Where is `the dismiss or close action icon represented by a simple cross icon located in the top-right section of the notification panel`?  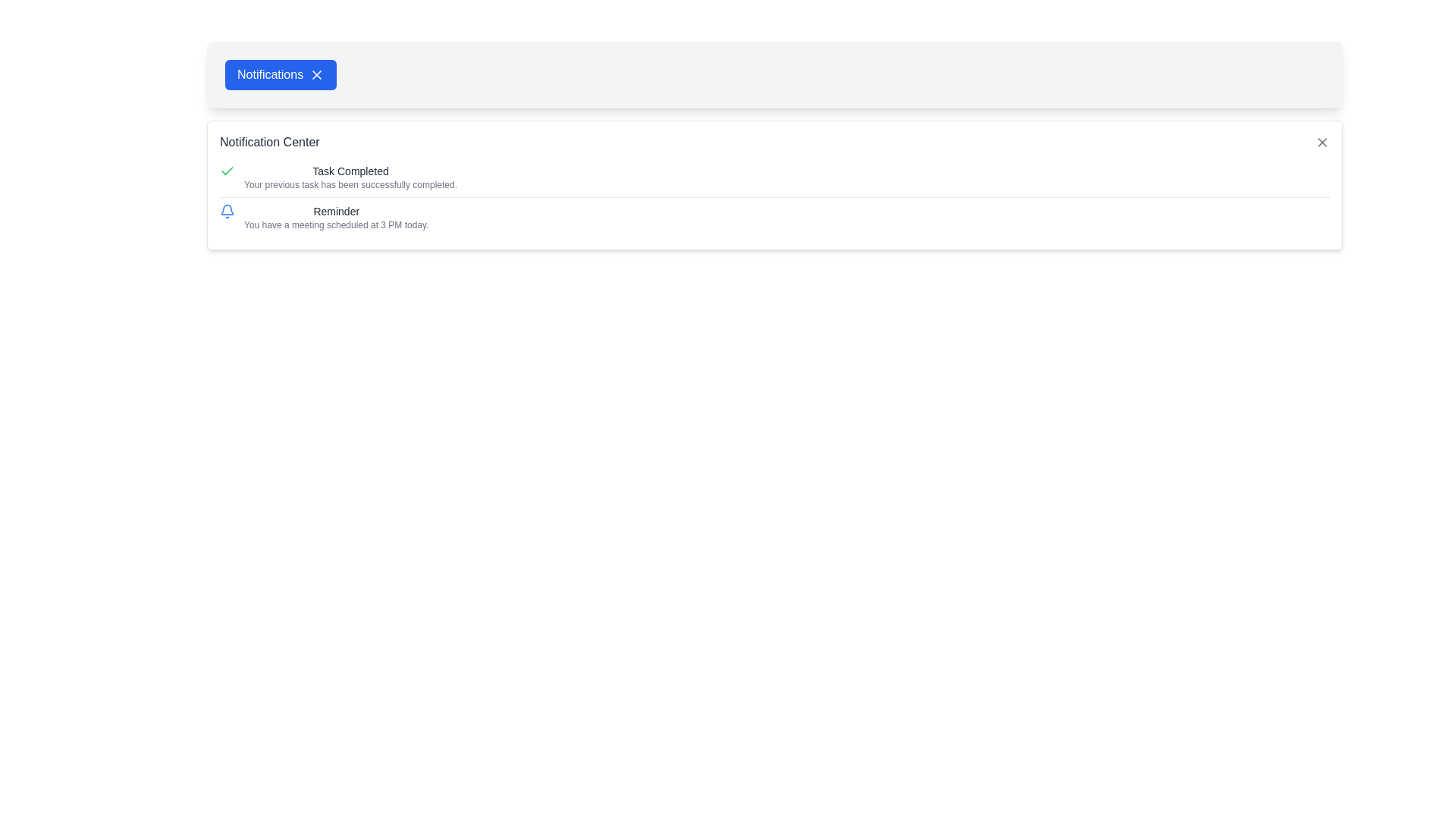
the dismiss or close action icon represented by a simple cross icon located in the top-right section of the notification panel is located at coordinates (316, 75).